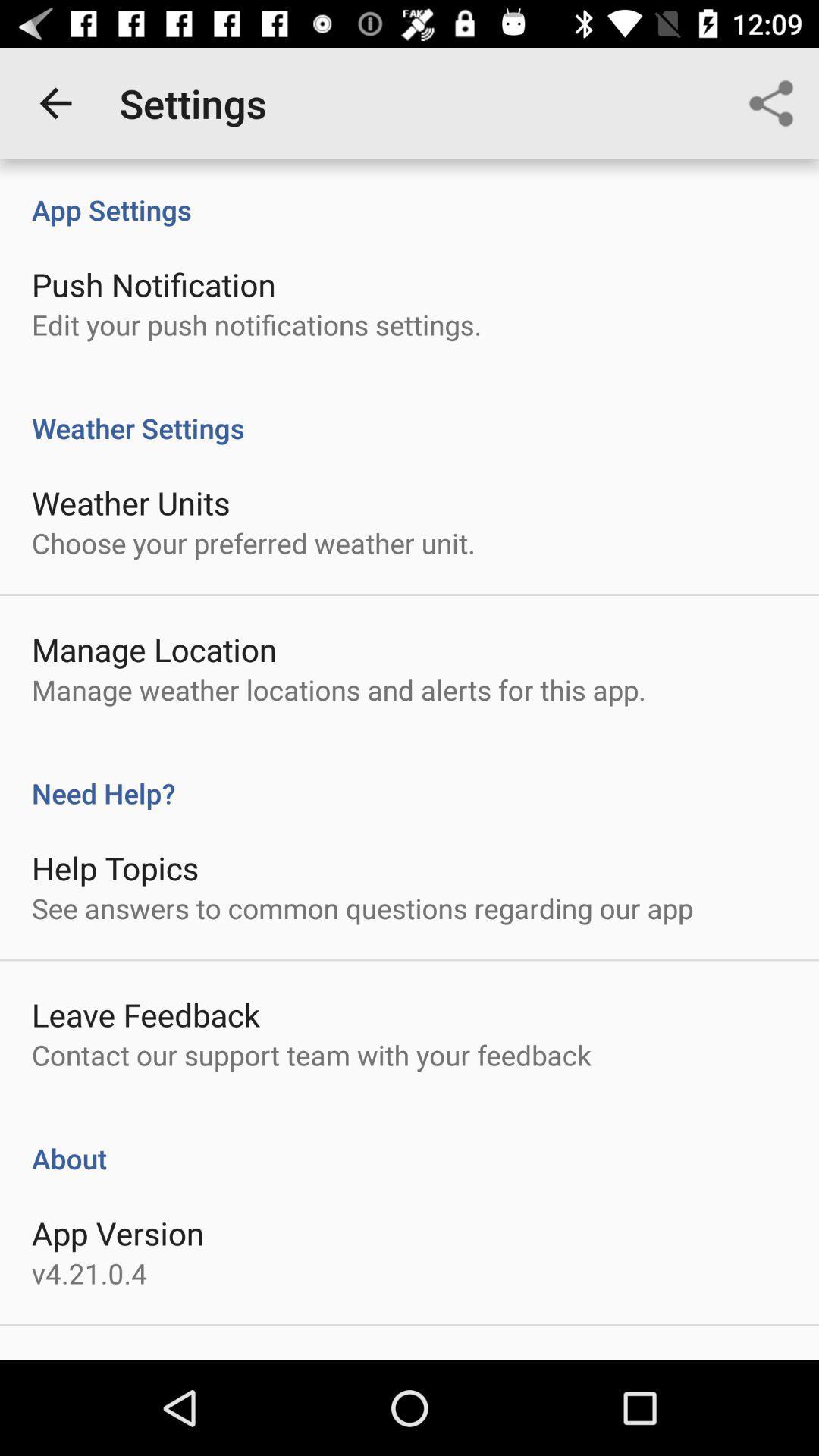  Describe the element at coordinates (153, 284) in the screenshot. I see `push notification item` at that location.